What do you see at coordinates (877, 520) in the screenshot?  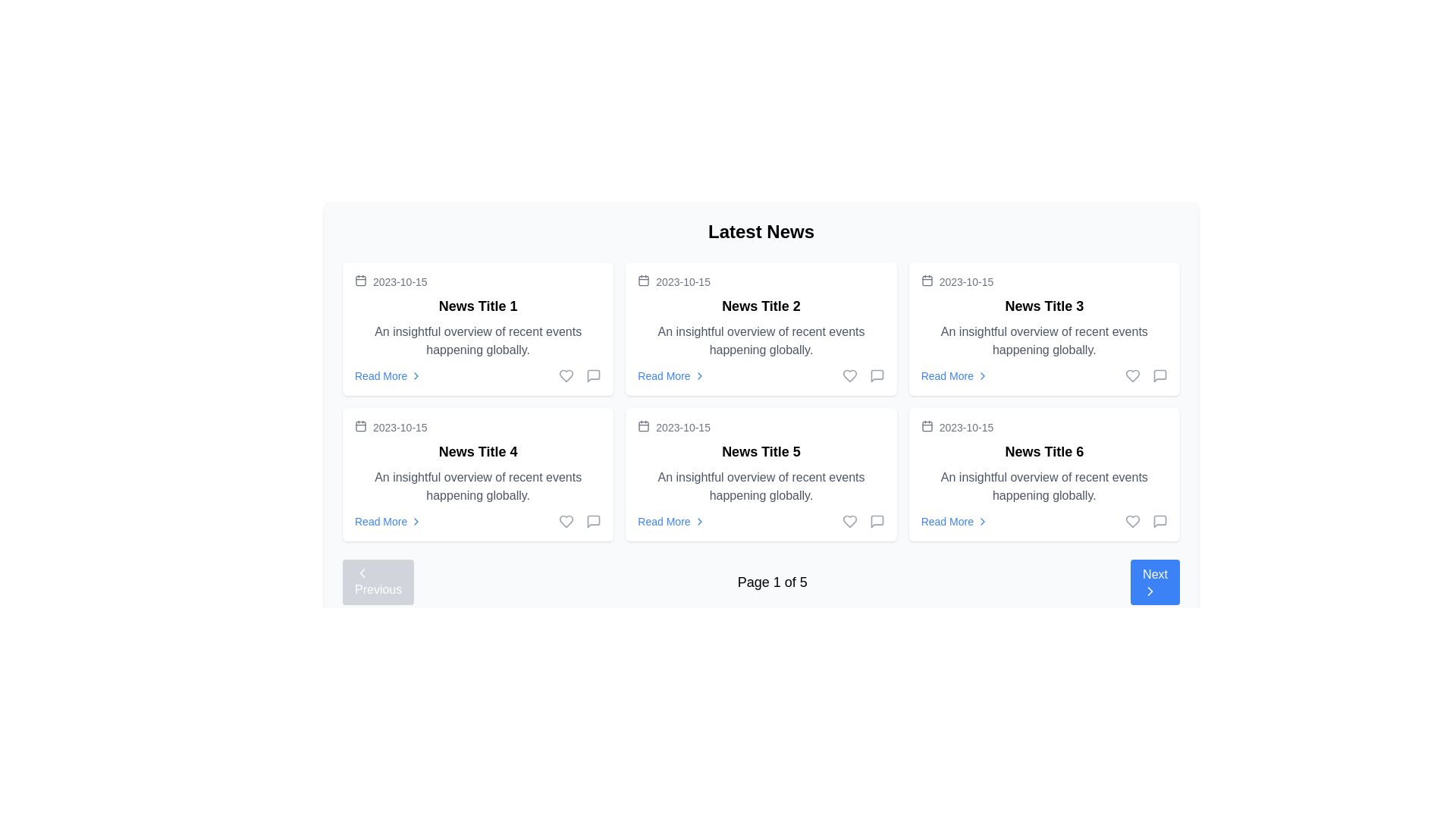 I see `the speech bubble icon located in the bottom-right corner of the 'News Title 5' card within the grid layout of news items` at bounding box center [877, 520].